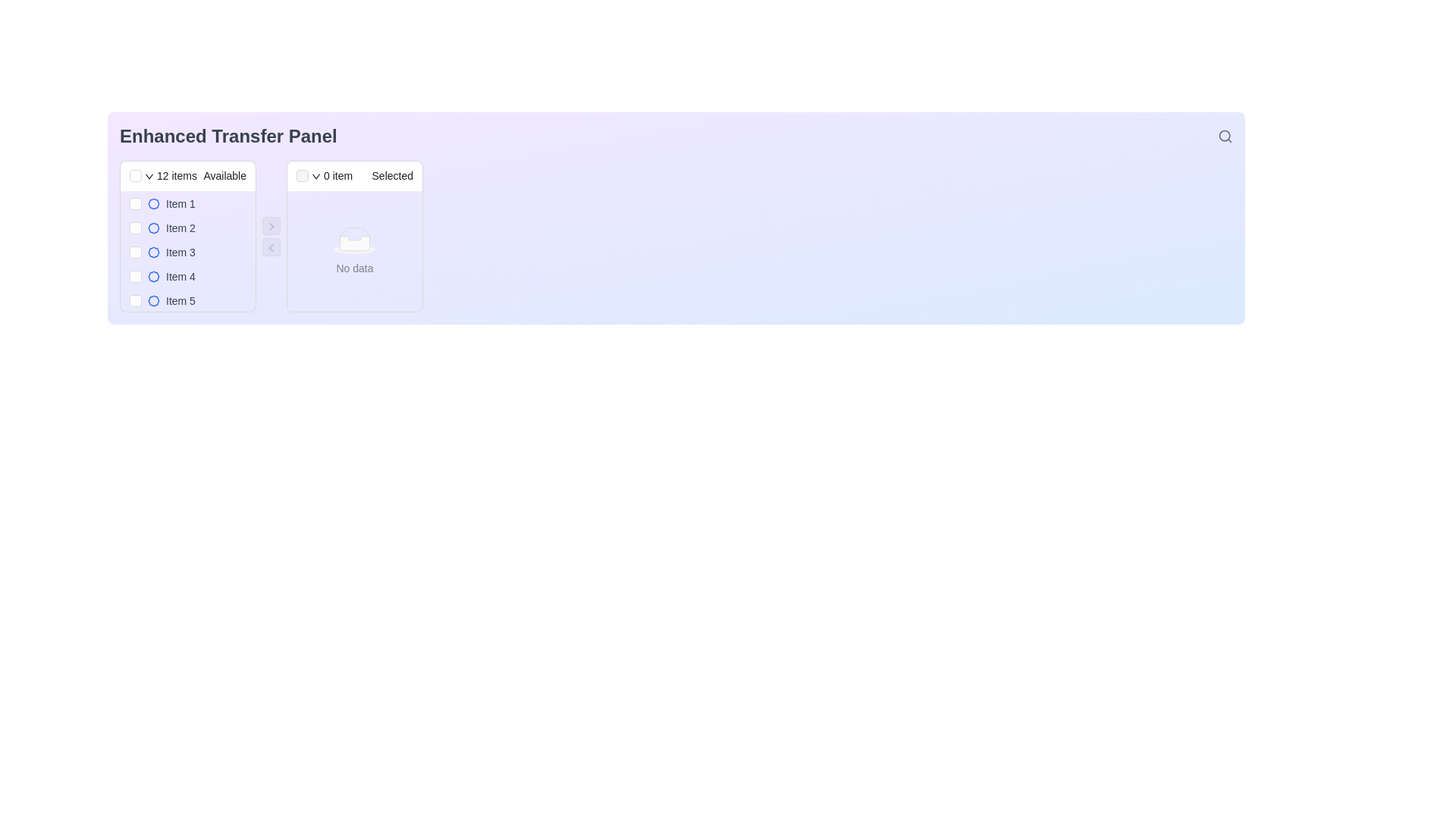  I want to click on the button located between the 'Available Items' panel and the 'Selected Items' panel, so click(271, 246).